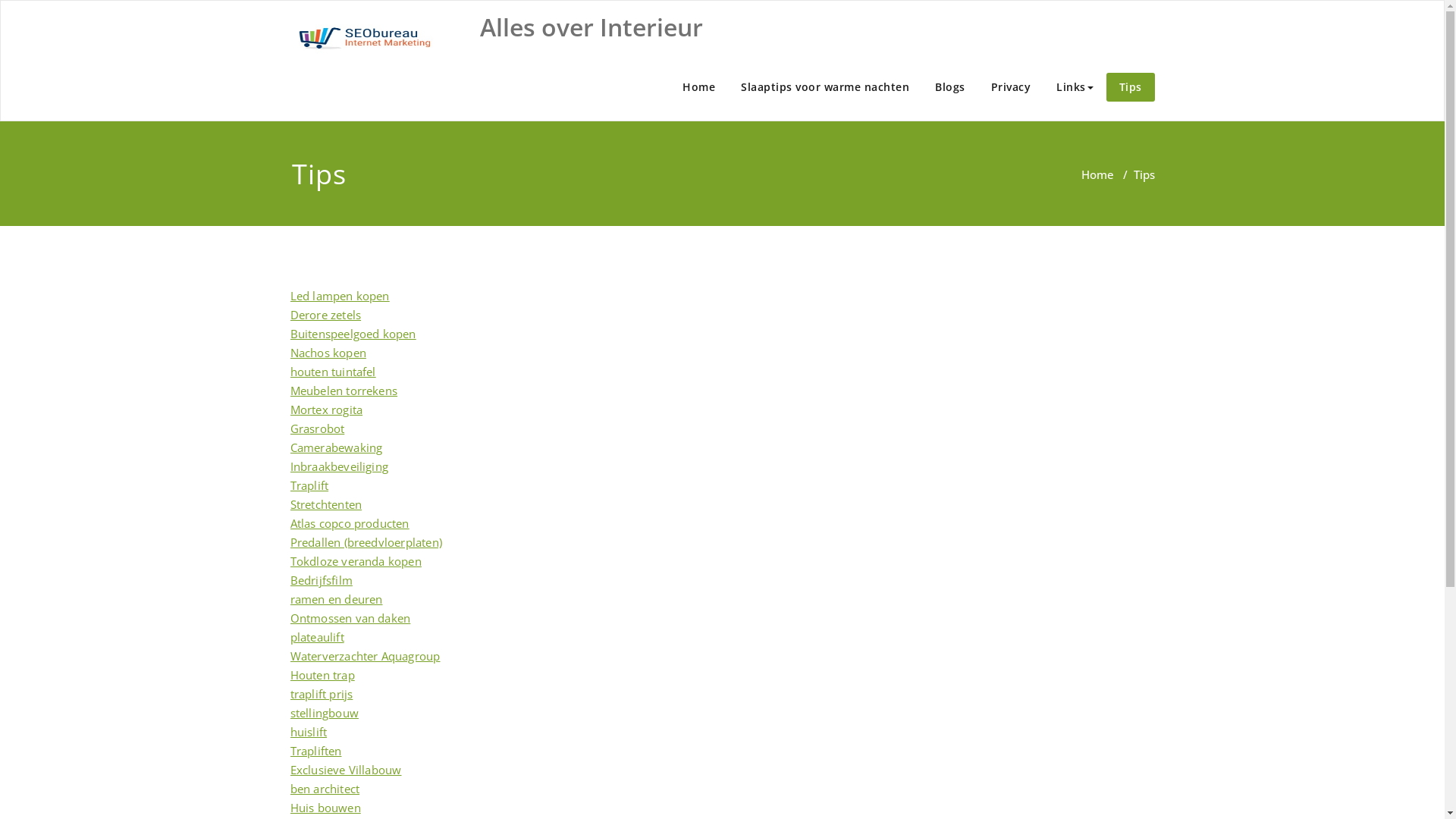 Image resolution: width=1456 pixels, height=819 pixels. What do you see at coordinates (1043, 87) in the screenshot?
I see `'Links'` at bounding box center [1043, 87].